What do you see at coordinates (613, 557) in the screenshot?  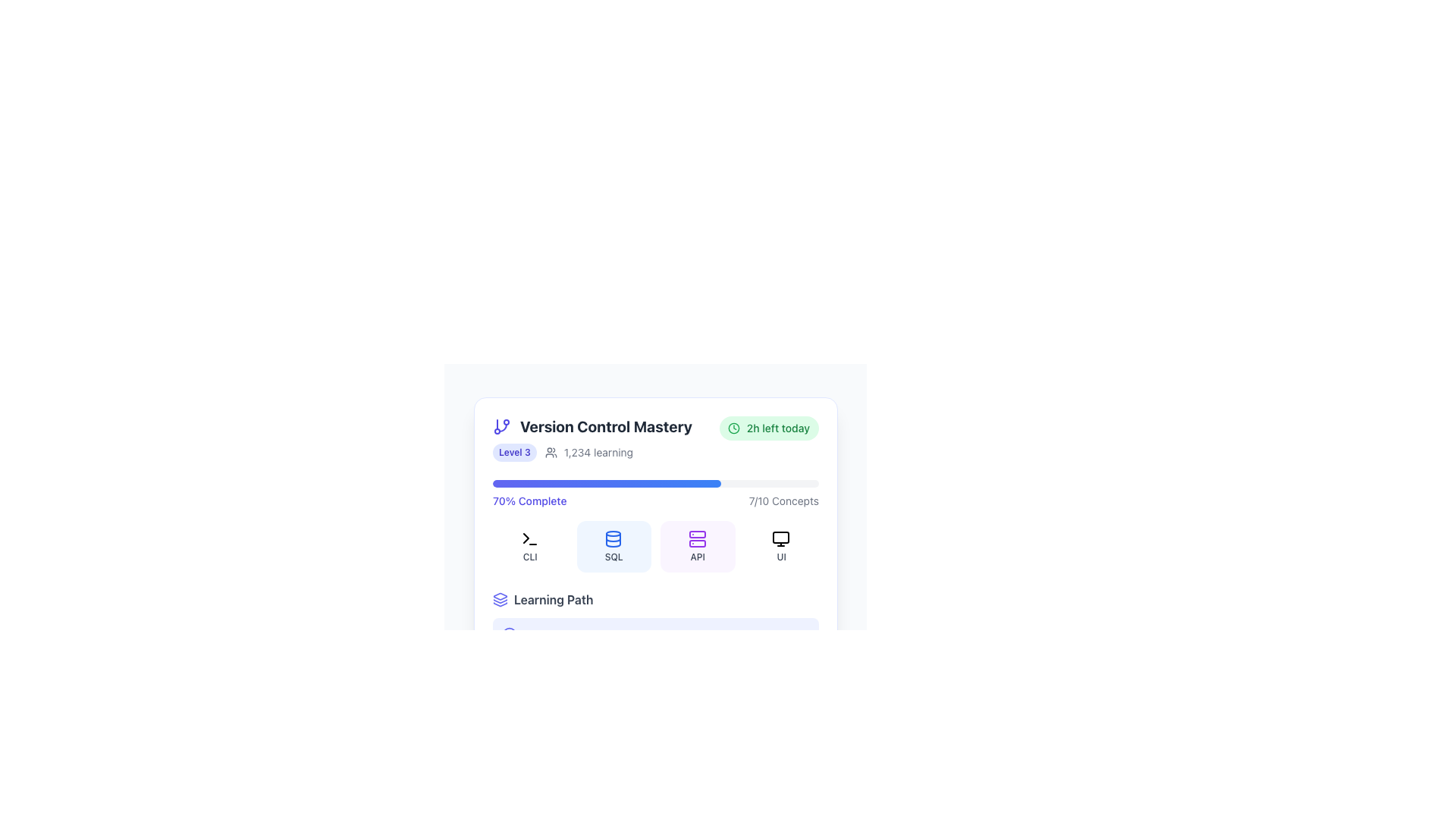 I see `the 'SQL' text label located at the bottom of the second card from the left in a row of horizontally aligned cards` at bounding box center [613, 557].